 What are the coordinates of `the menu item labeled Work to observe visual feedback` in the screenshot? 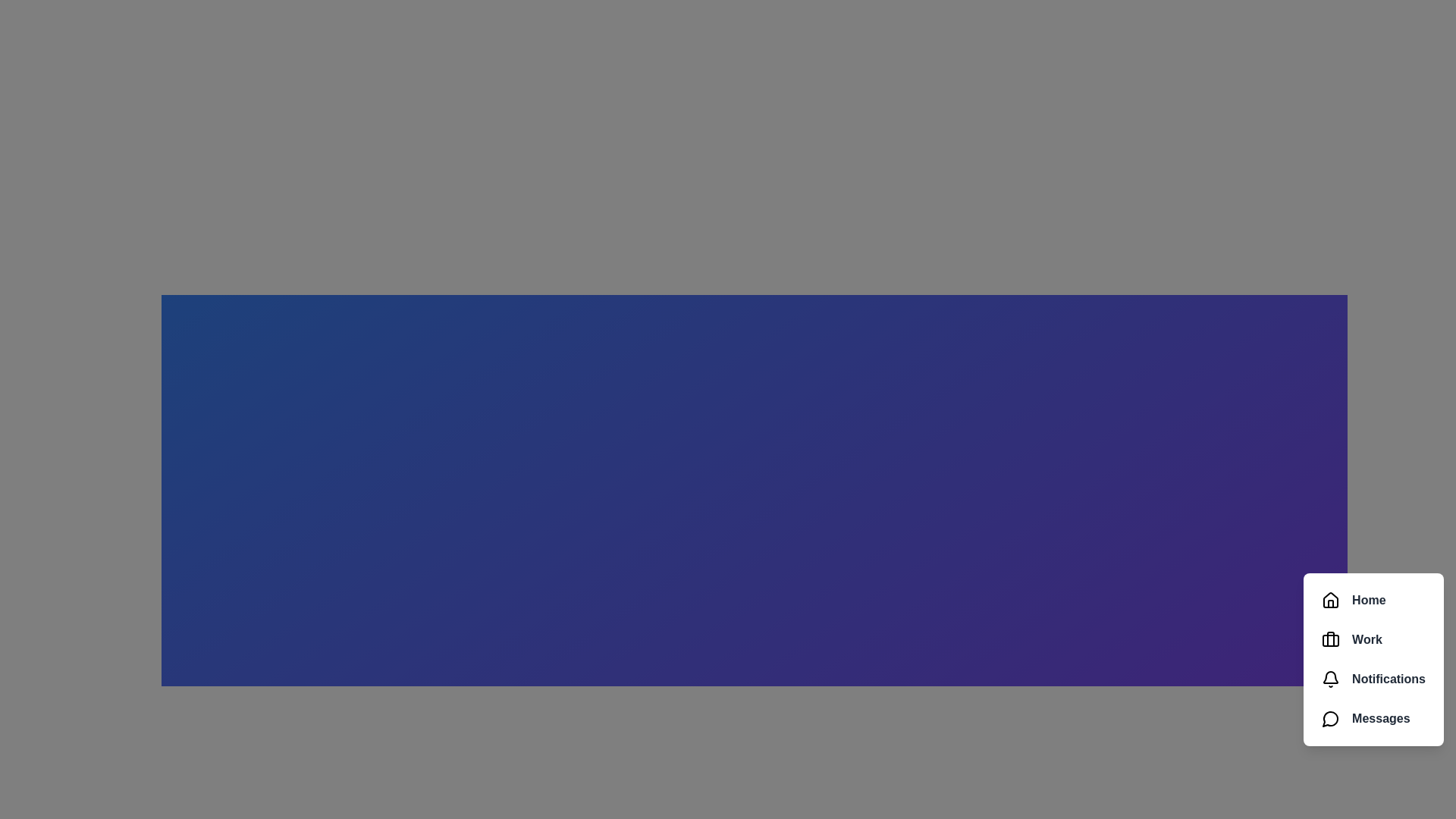 It's located at (1373, 640).